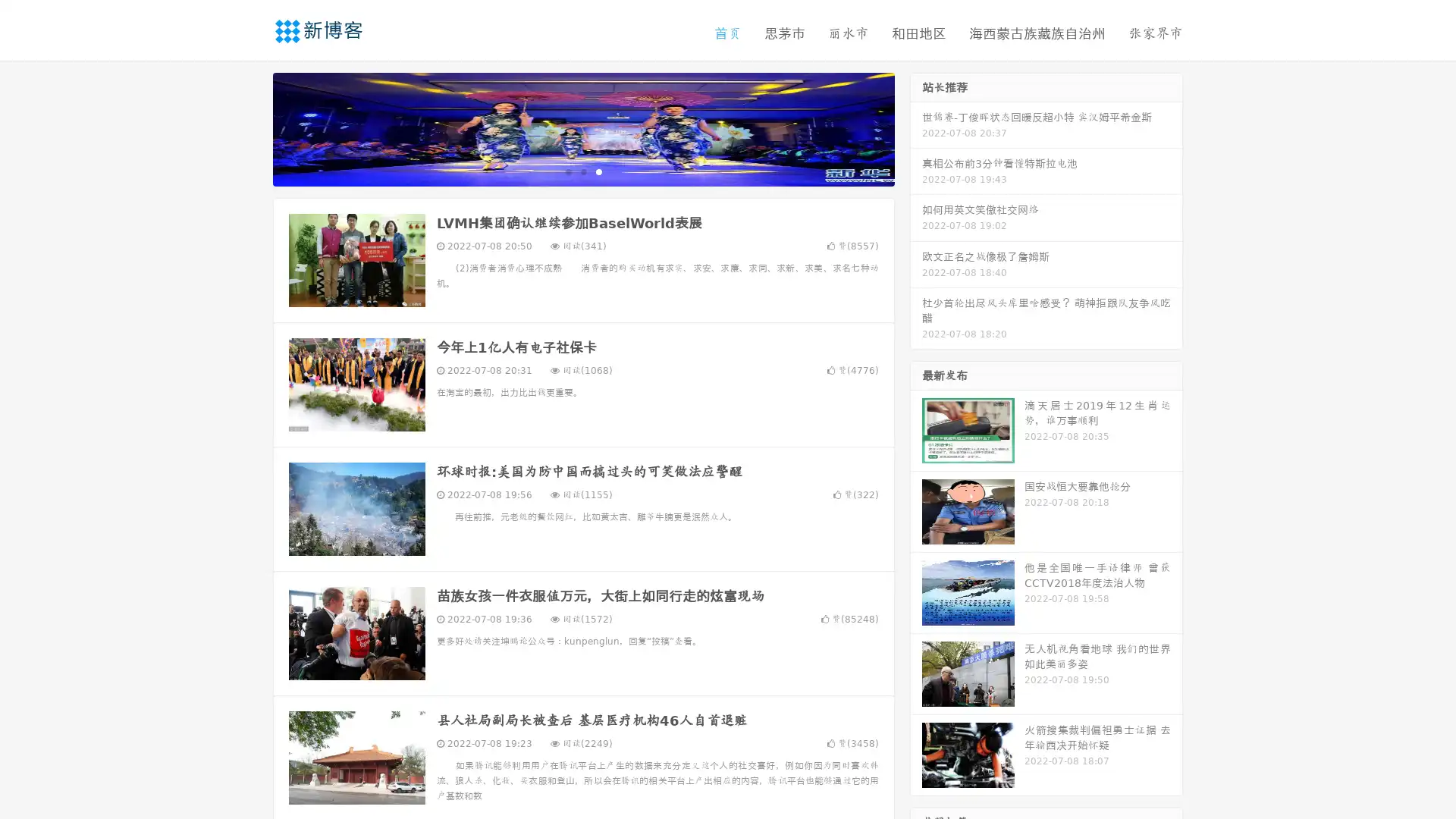  What do you see at coordinates (250, 127) in the screenshot?
I see `Previous slide` at bounding box center [250, 127].